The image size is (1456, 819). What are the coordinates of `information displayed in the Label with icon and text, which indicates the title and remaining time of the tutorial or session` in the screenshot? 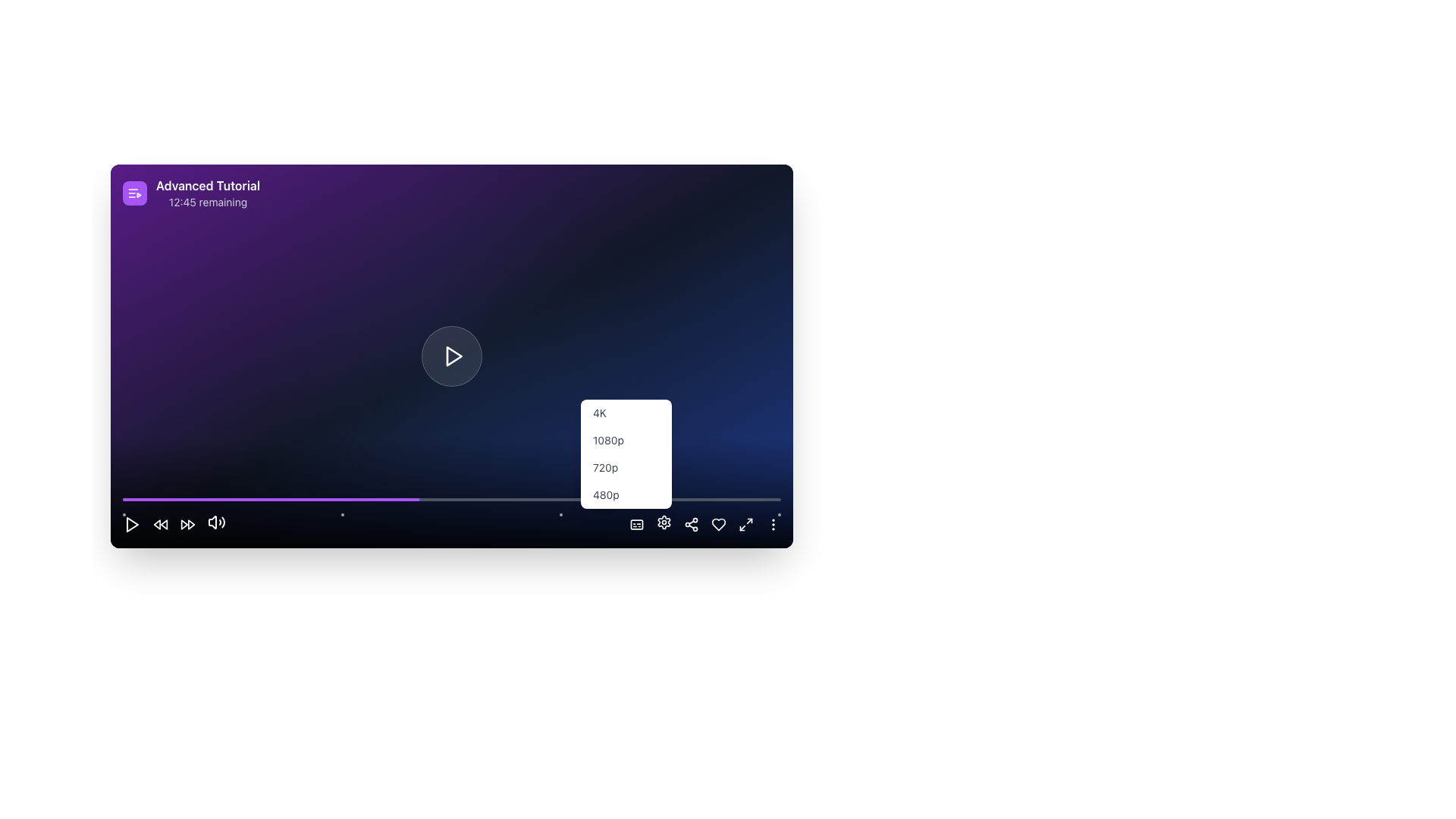 It's located at (190, 192).